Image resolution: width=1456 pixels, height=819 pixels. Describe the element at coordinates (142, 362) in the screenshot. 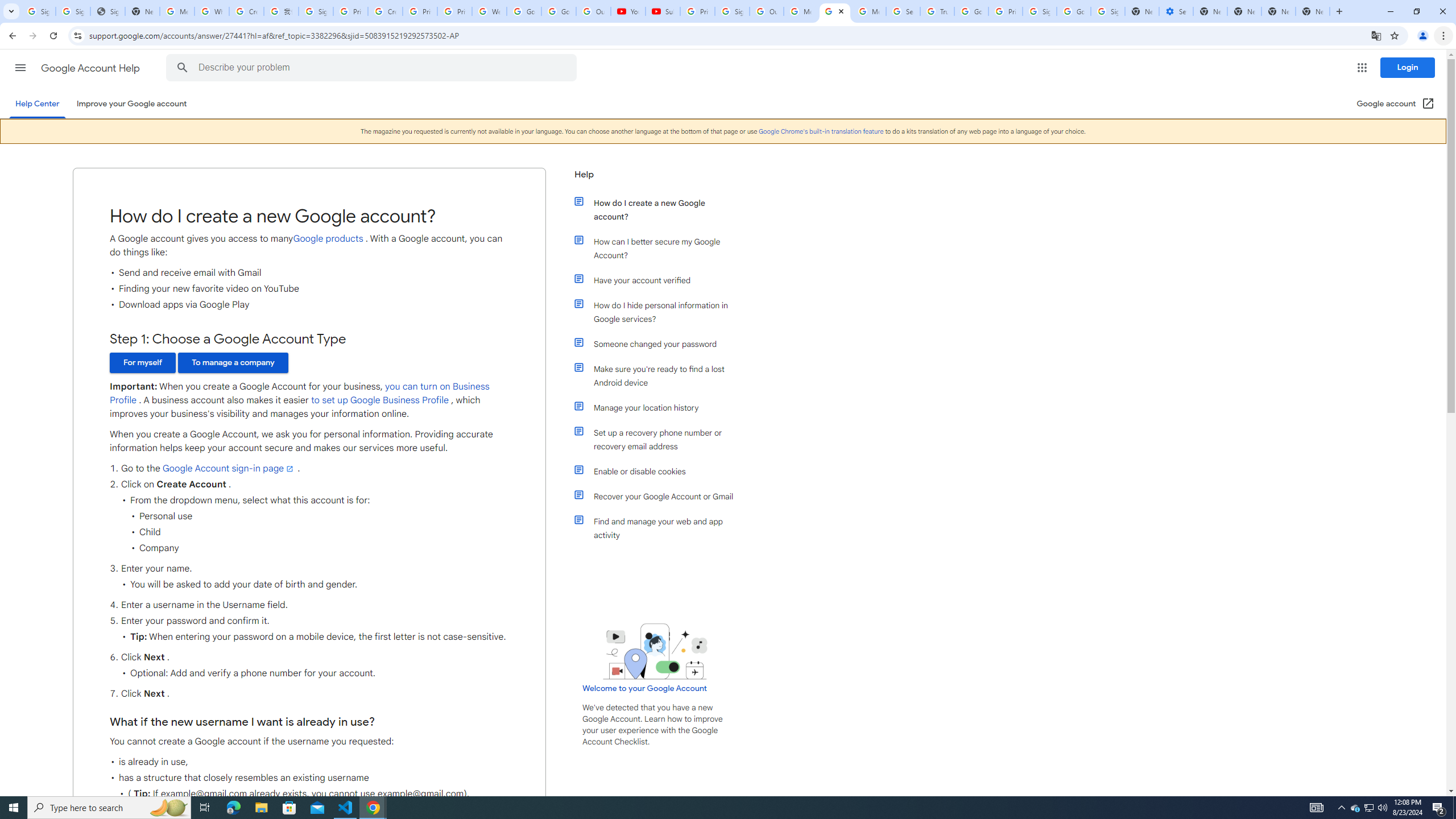

I see `'For myself'` at that location.